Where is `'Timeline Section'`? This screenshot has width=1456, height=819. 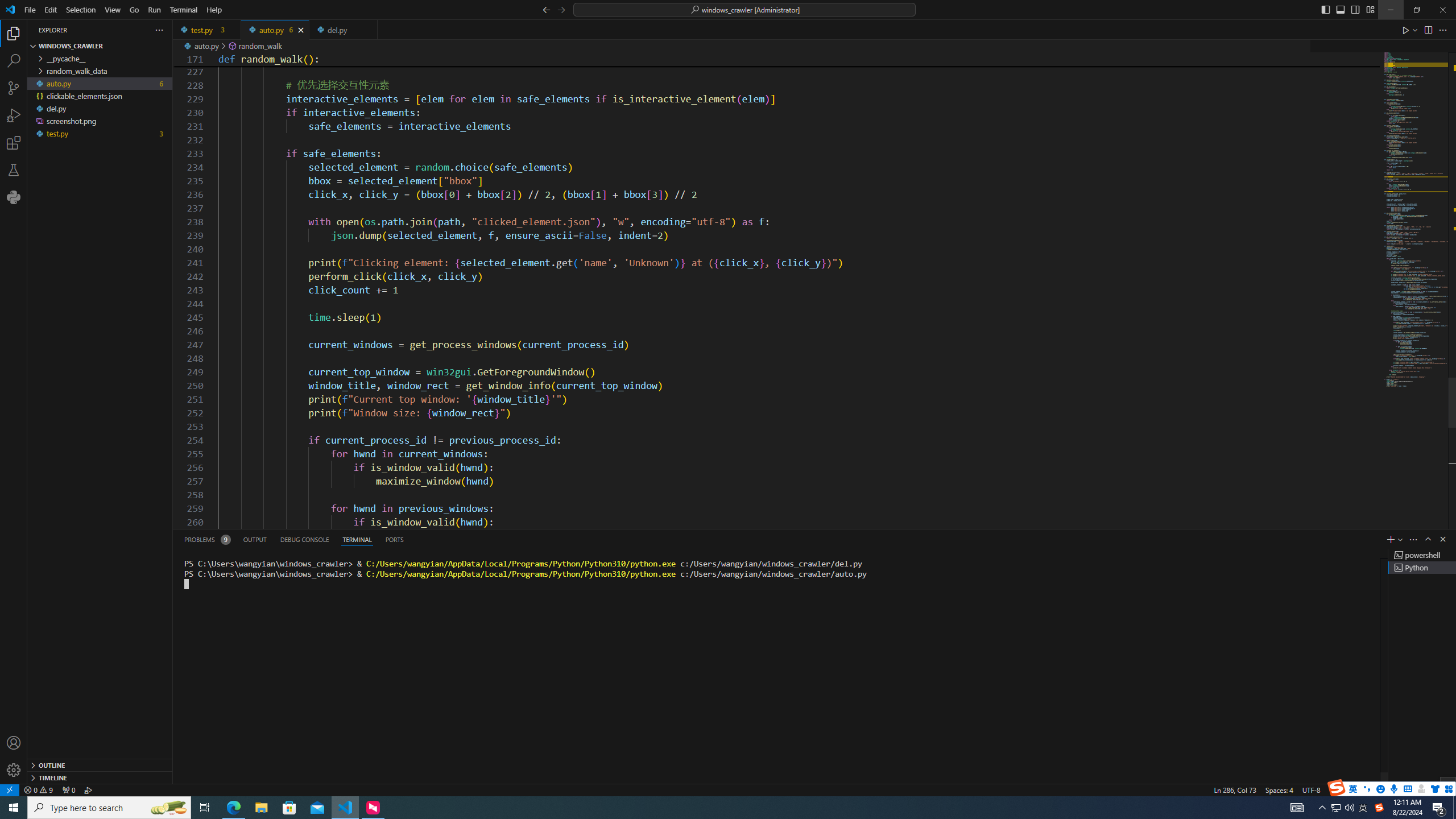
'Timeline Section' is located at coordinates (100, 777).